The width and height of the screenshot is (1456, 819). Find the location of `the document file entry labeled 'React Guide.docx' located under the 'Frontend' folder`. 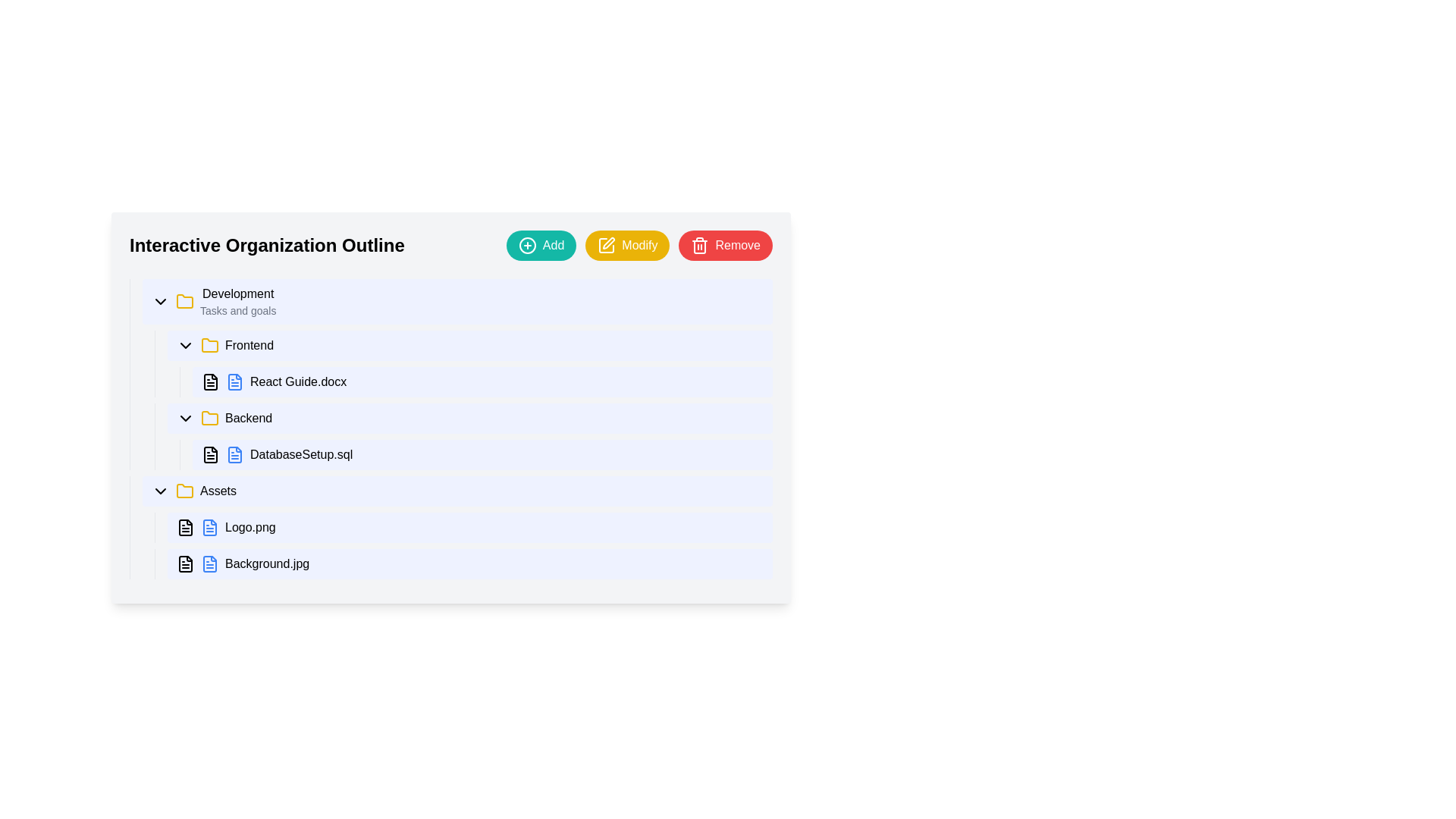

the document file entry labeled 'React Guide.docx' located under the 'Frontend' folder is located at coordinates (463, 363).